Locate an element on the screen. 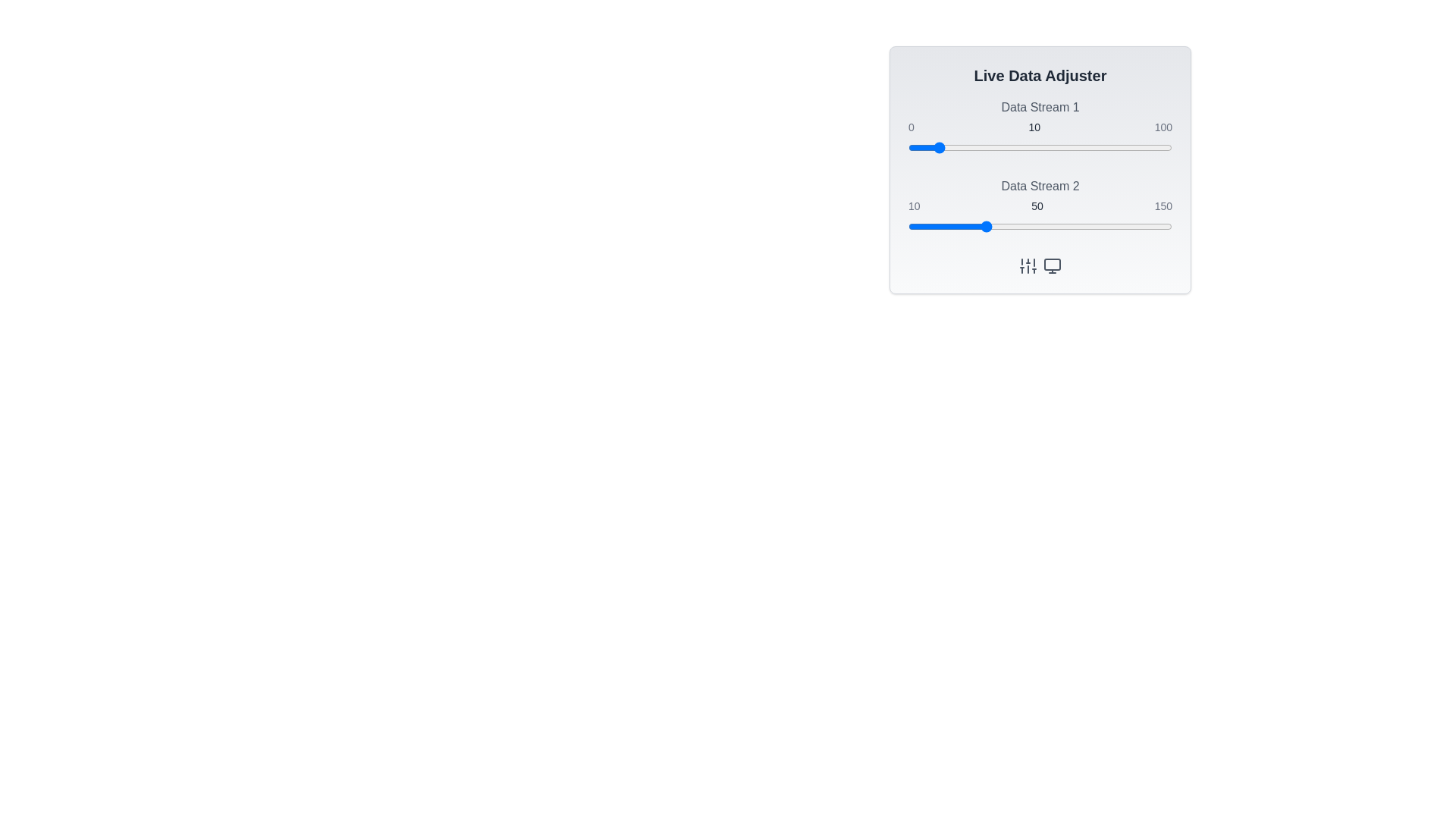  the navigation icon located in the bottom-right portion of the interface, positioned to the right of the sliders icon is located at coordinates (1051, 265).